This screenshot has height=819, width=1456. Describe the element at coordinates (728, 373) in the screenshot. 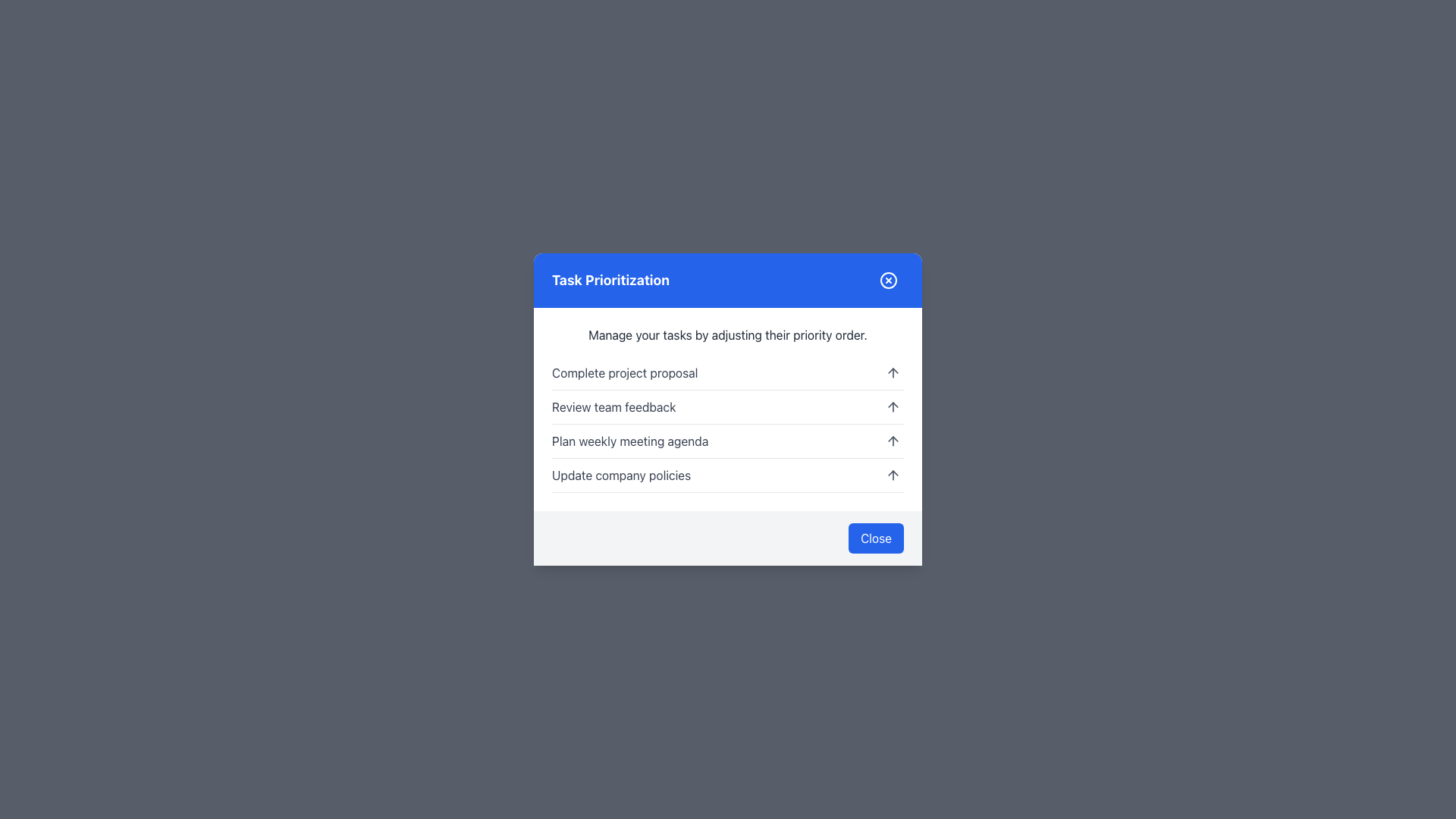

I see `task name displayed in the first list item of the modal labeled 'Task Prioritization,' which reads 'Complete project proposal.'` at that location.